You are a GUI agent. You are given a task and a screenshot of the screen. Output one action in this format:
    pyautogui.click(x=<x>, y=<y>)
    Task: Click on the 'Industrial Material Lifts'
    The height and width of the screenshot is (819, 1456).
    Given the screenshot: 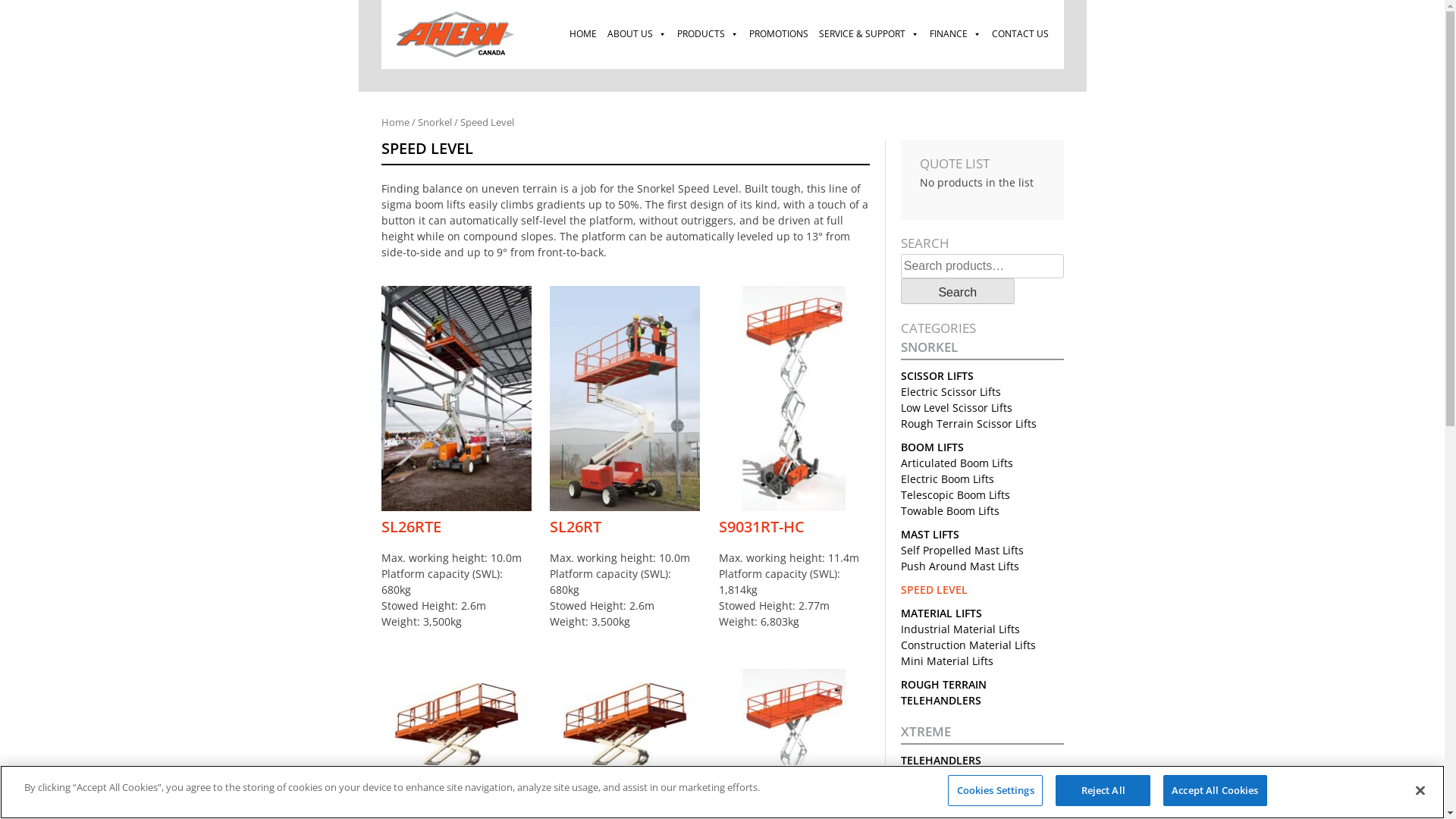 What is the action you would take?
    pyautogui.click(x=901, y=629)
    